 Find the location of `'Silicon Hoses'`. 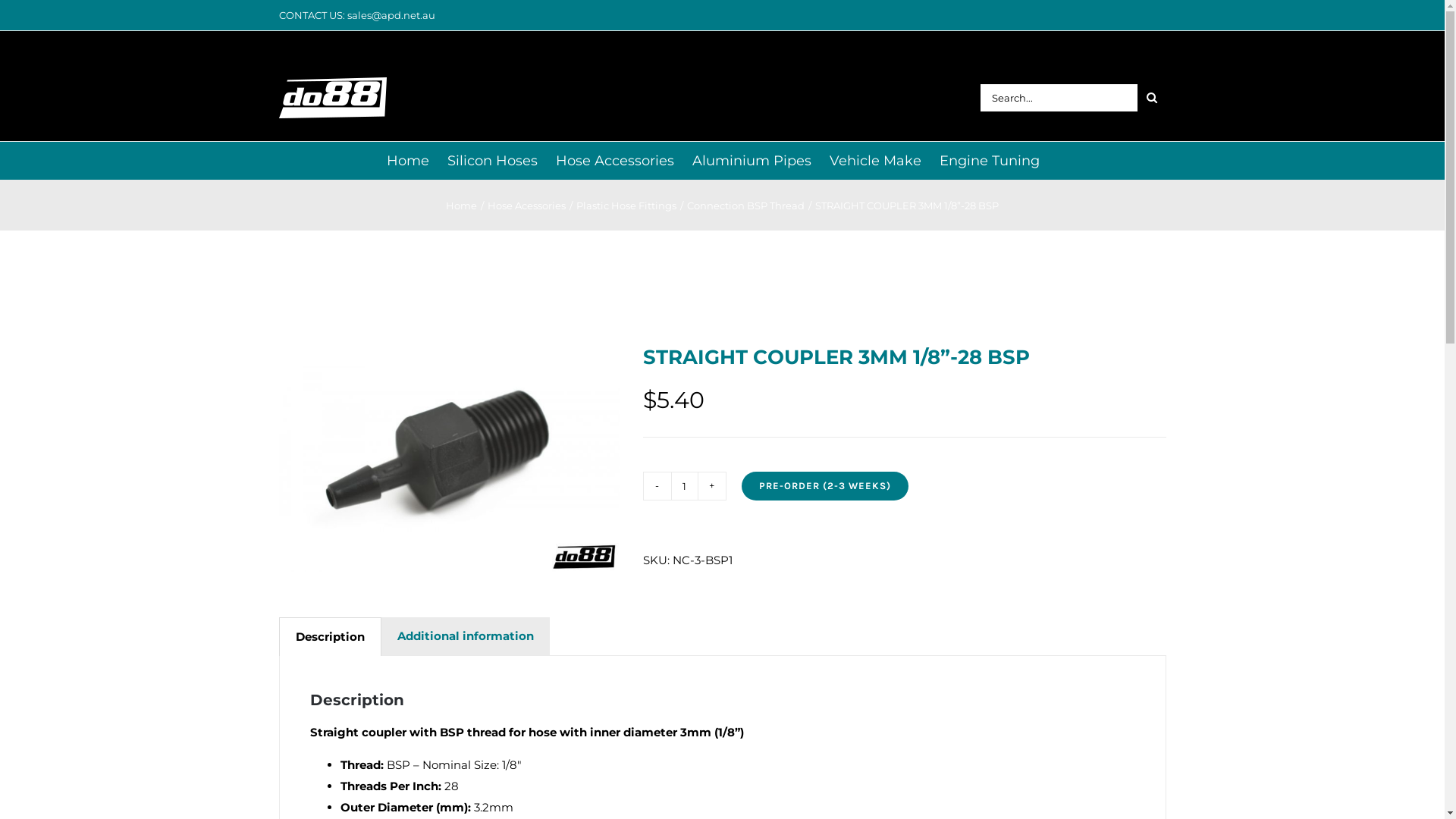

'Silicon Hoses' is located at coordinates (492, 161).